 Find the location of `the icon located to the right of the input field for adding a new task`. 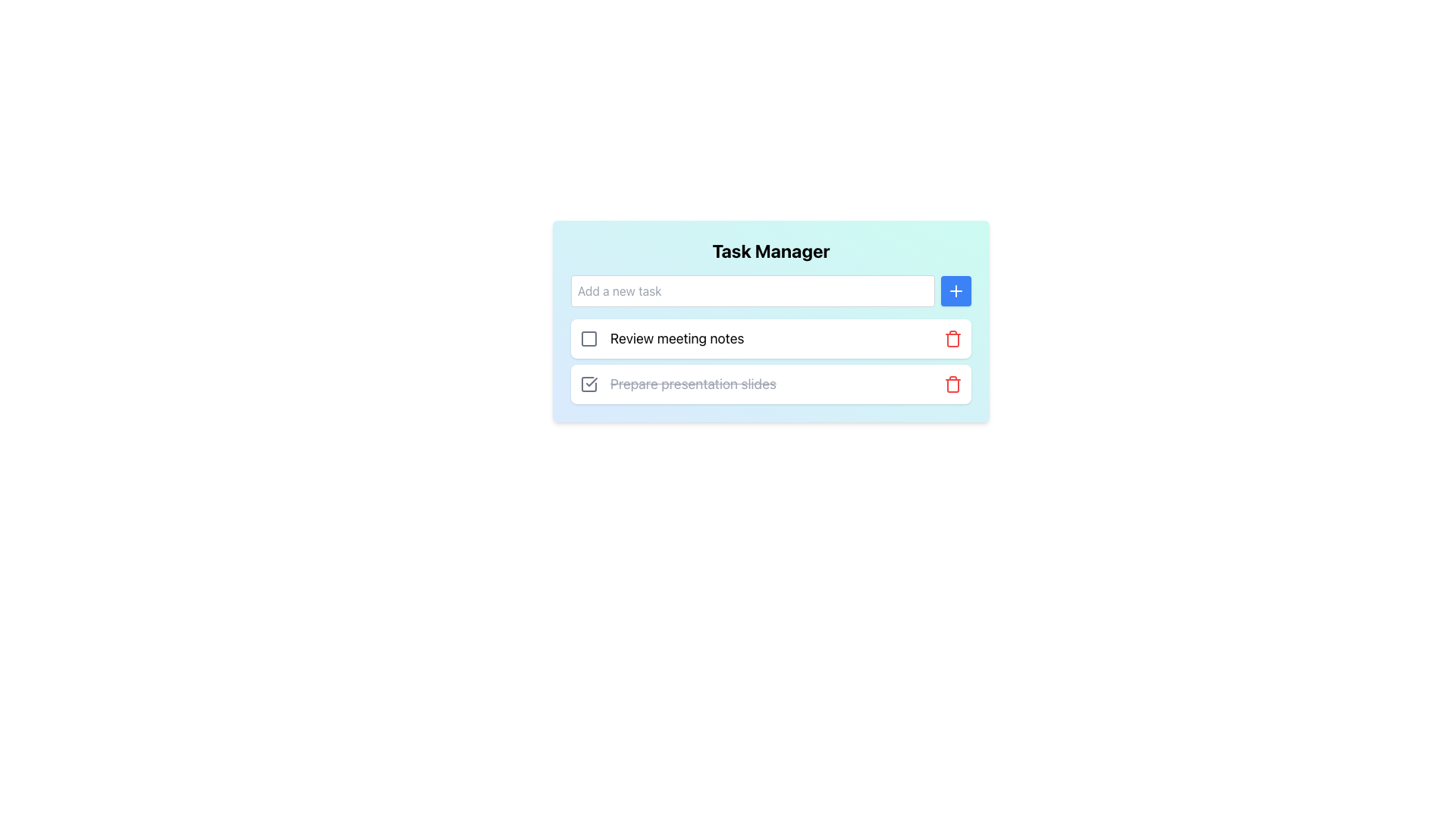

the icon located to the right of the input field for adding a new task is located at coordinates (955, 291).